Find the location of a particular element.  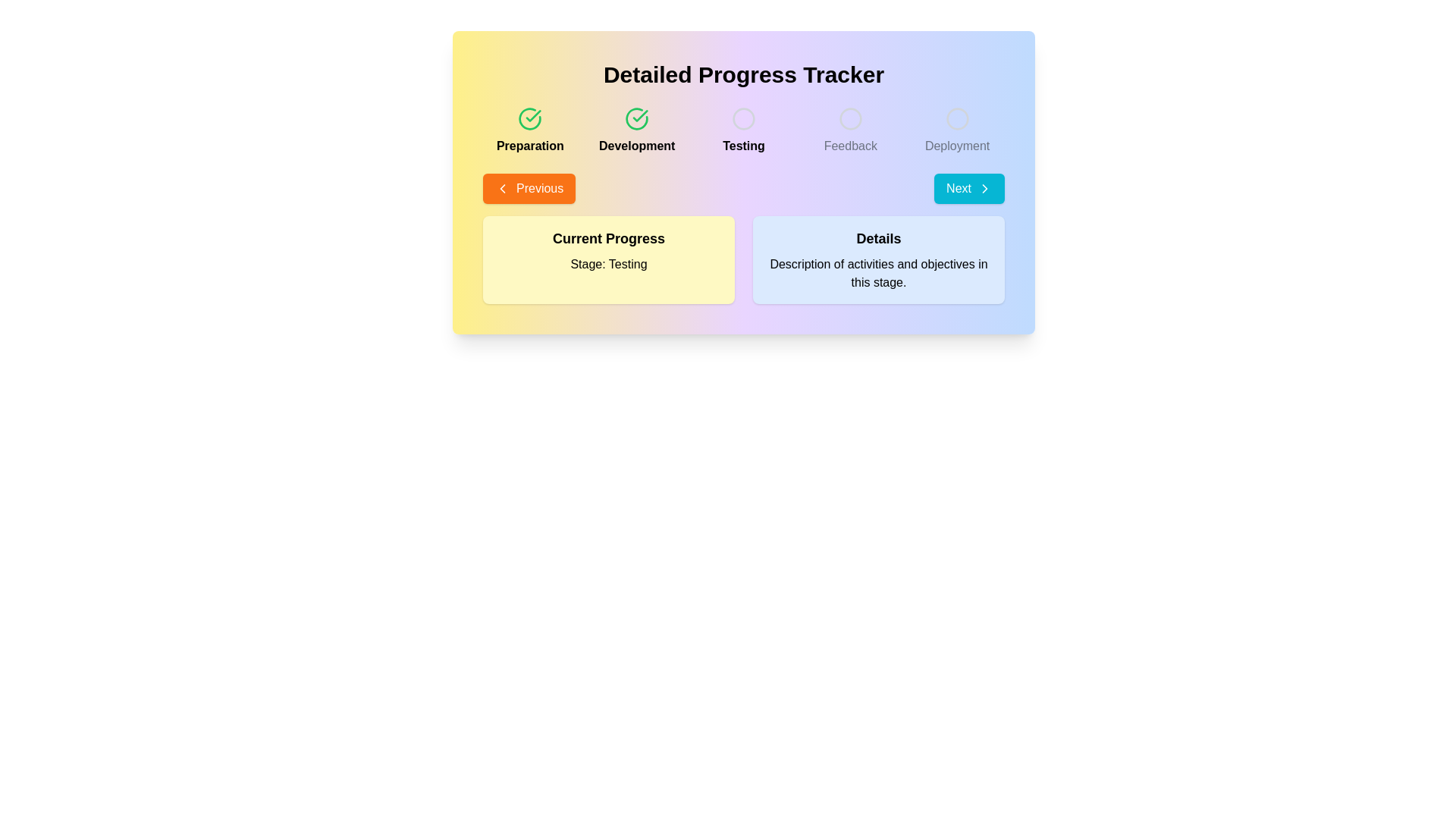

the progress tracker step indicator for 'Development', which is a green circle icon with a checkmark and bold text directly below it, located in the 'Detailed Progress Tracker' sequence is located at coordinates (637, 130).